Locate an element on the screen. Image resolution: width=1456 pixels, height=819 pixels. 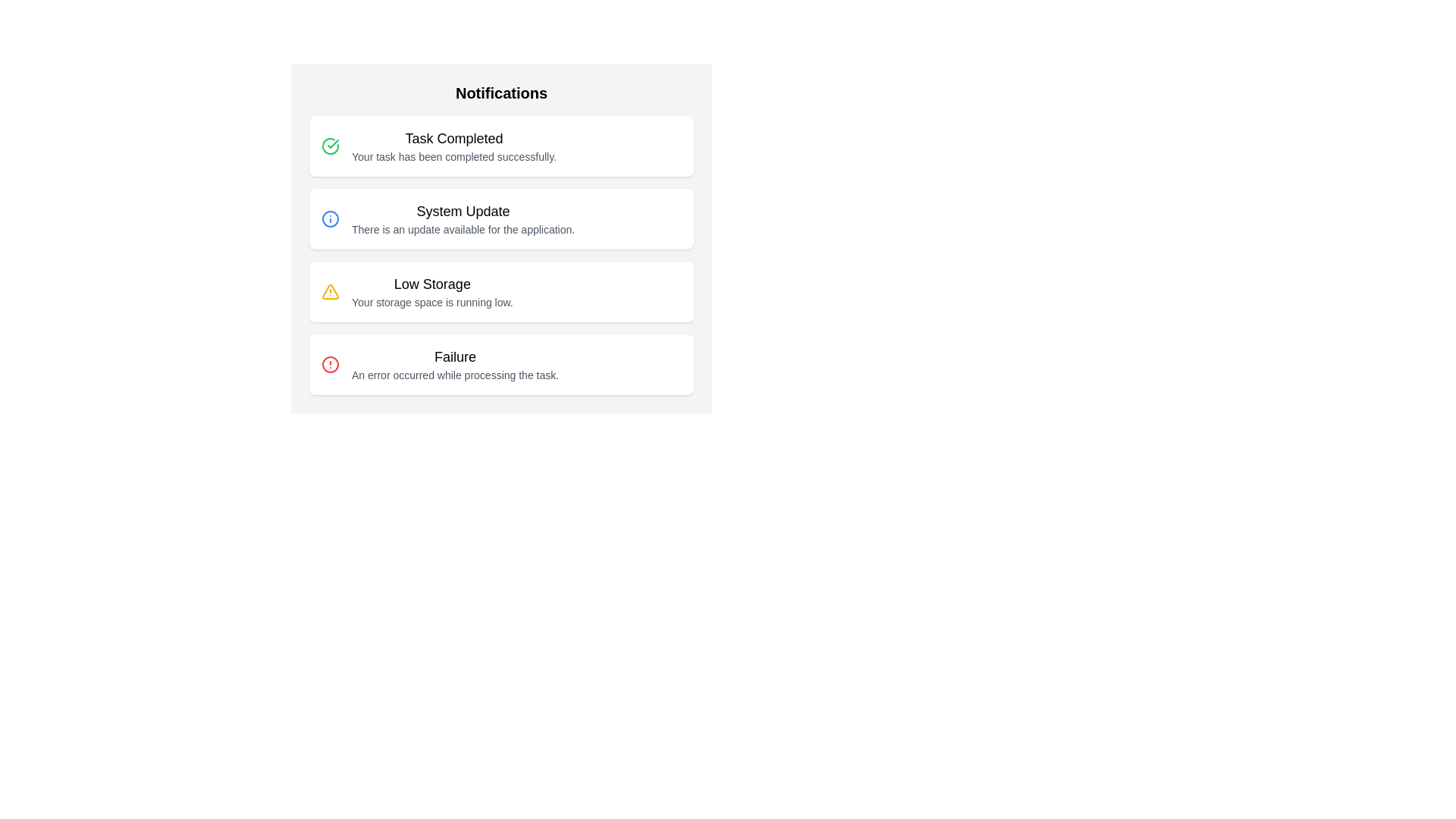
the bold 'Task Completed' text label, which is positioned at the top left corner of the notification card indicating task completion is located at coordinates (453, 138).